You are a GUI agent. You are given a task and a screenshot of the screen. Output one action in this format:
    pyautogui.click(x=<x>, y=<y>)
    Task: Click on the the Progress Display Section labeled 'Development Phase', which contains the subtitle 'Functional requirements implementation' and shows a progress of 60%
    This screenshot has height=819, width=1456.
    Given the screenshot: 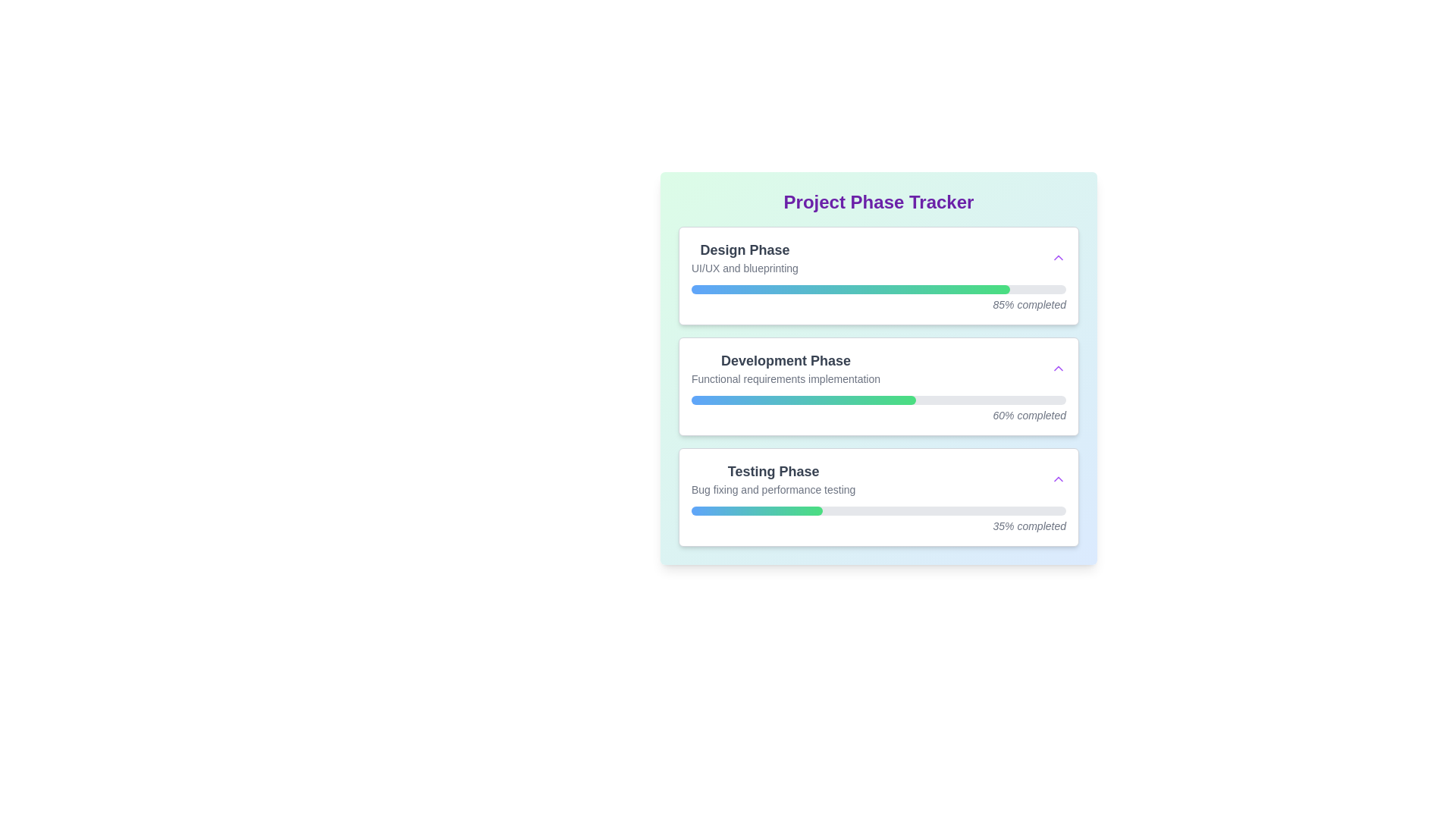 What is the action you would take?
    pyautogui.click(x=878, y=369)
    